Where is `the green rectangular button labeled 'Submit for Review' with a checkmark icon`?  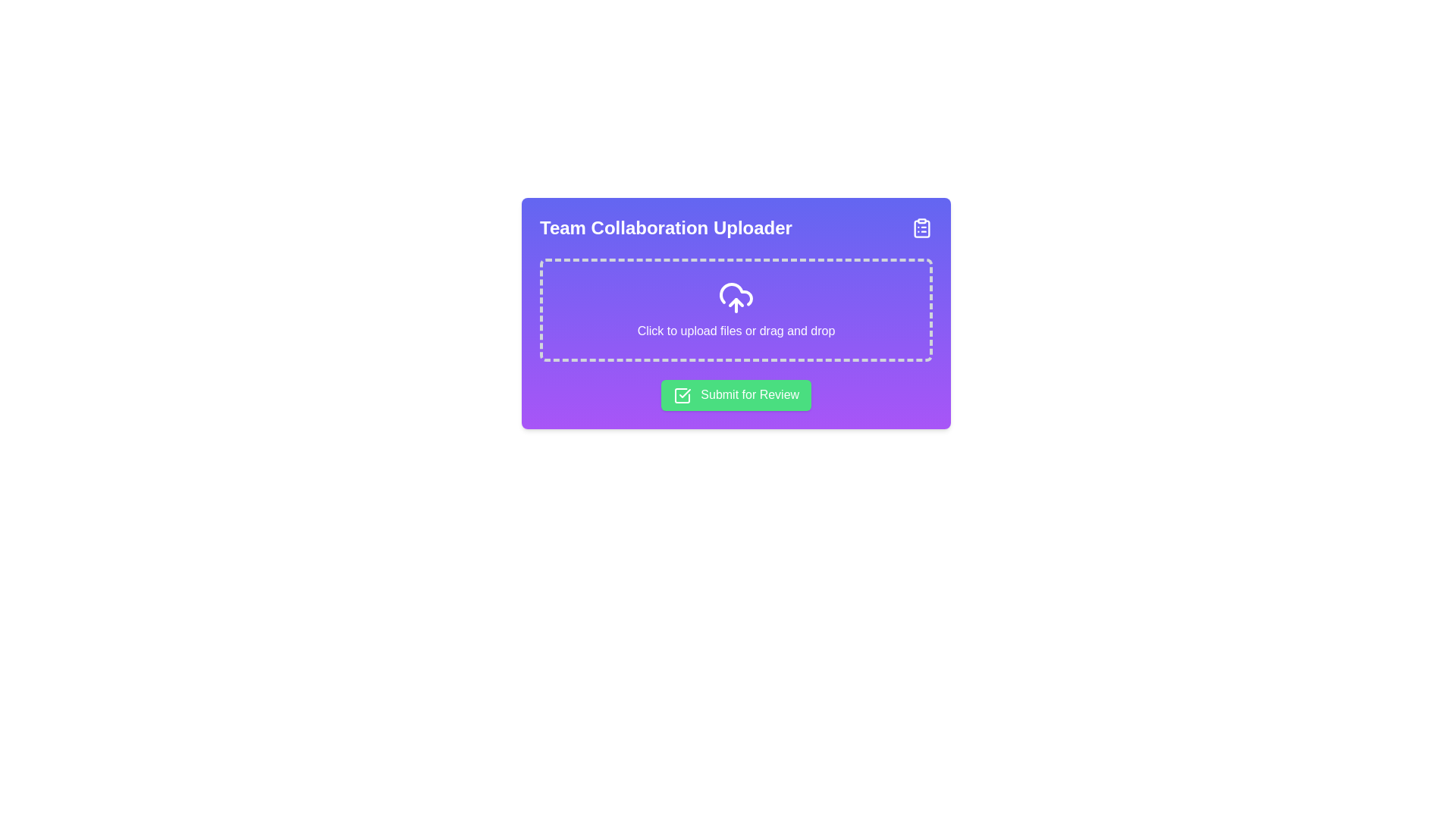
the green rectangular button labeled 'Submit for Review' with a checkmark icon is located at coordinates (736, 394).